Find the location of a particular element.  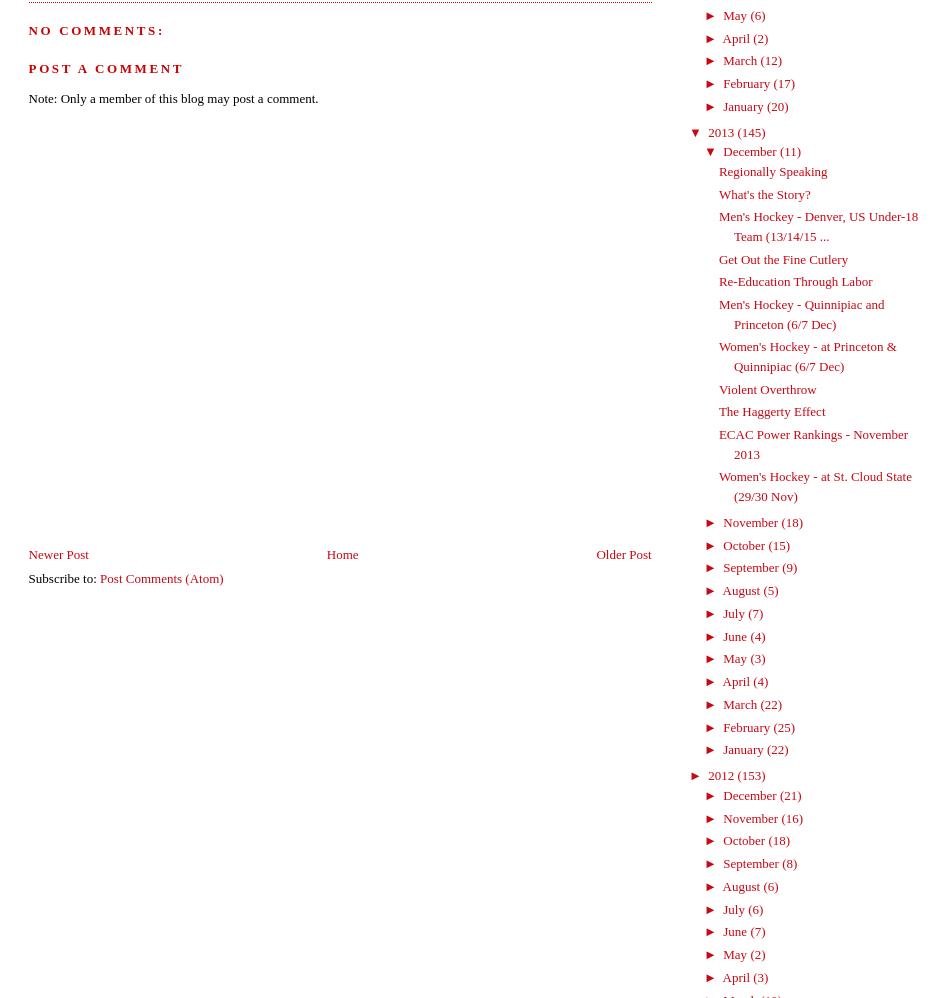

'Men's Hockey - Quinnipiac and Princeton (6/7 Dec)' is located at coordinates (800, 313).